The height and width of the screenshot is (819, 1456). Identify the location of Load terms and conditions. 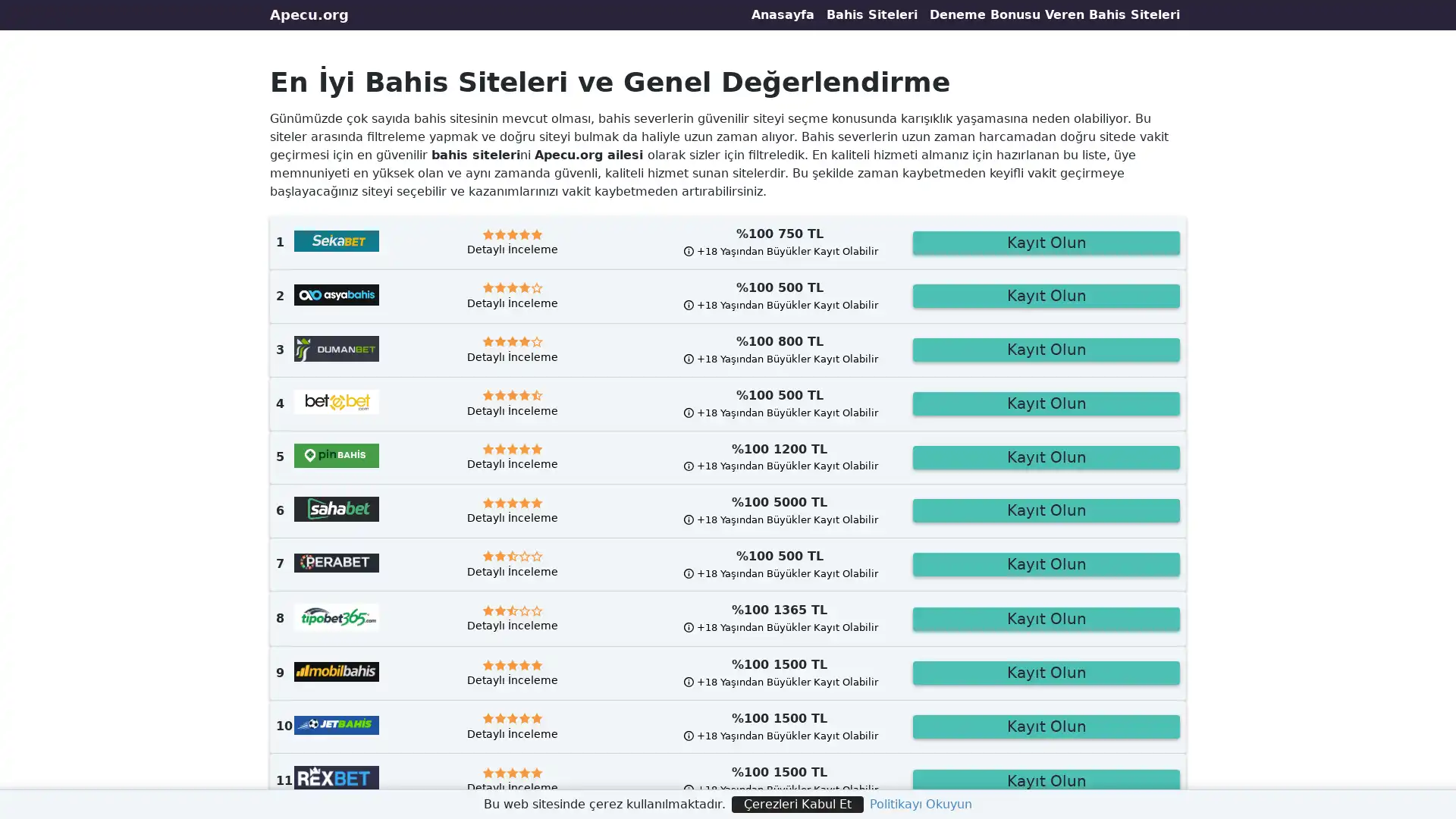
(779, 412).